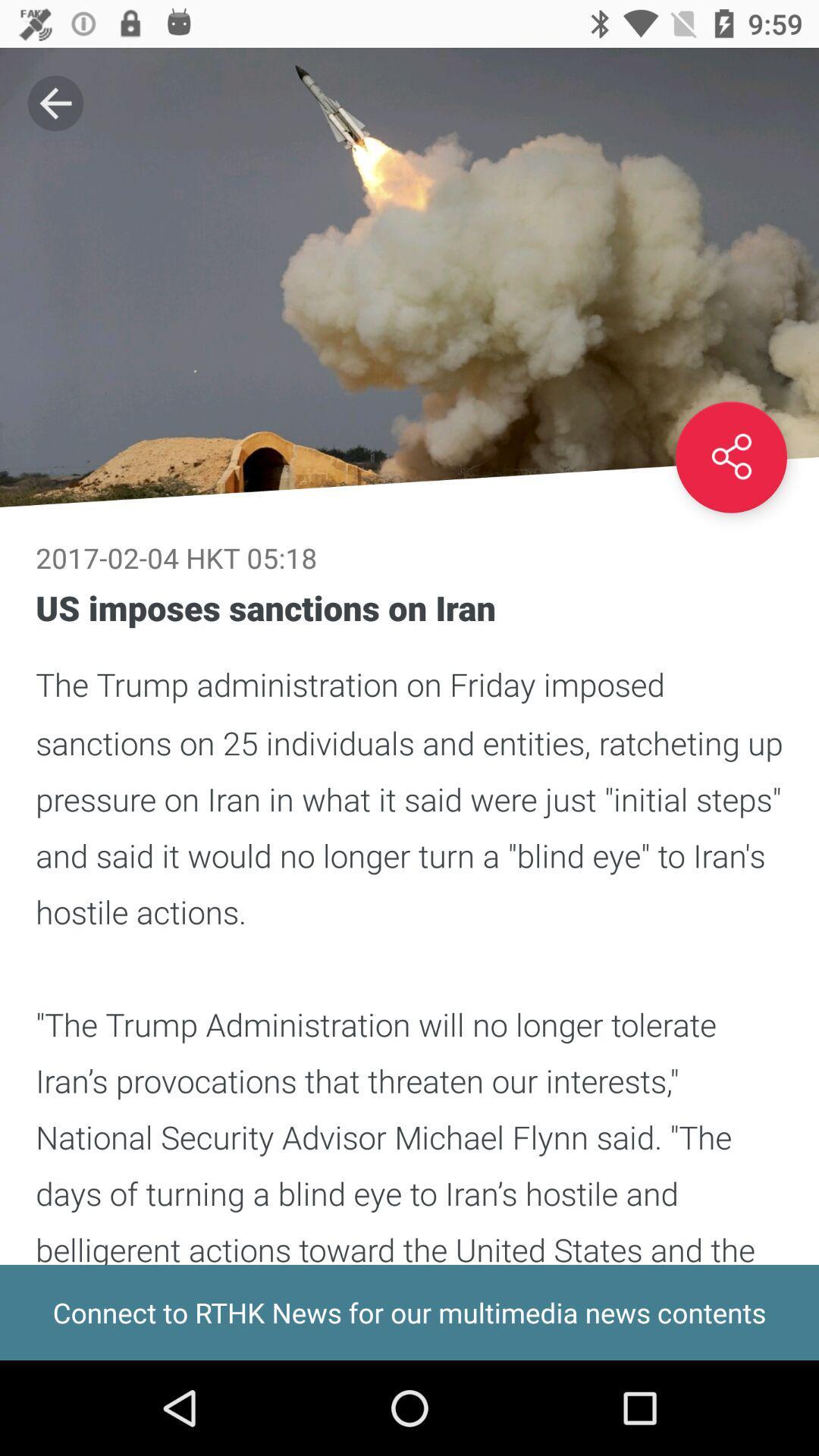  Describe the element at coordinates (55, 102) in the screenshot. I see `app to the left of the news` at that location.